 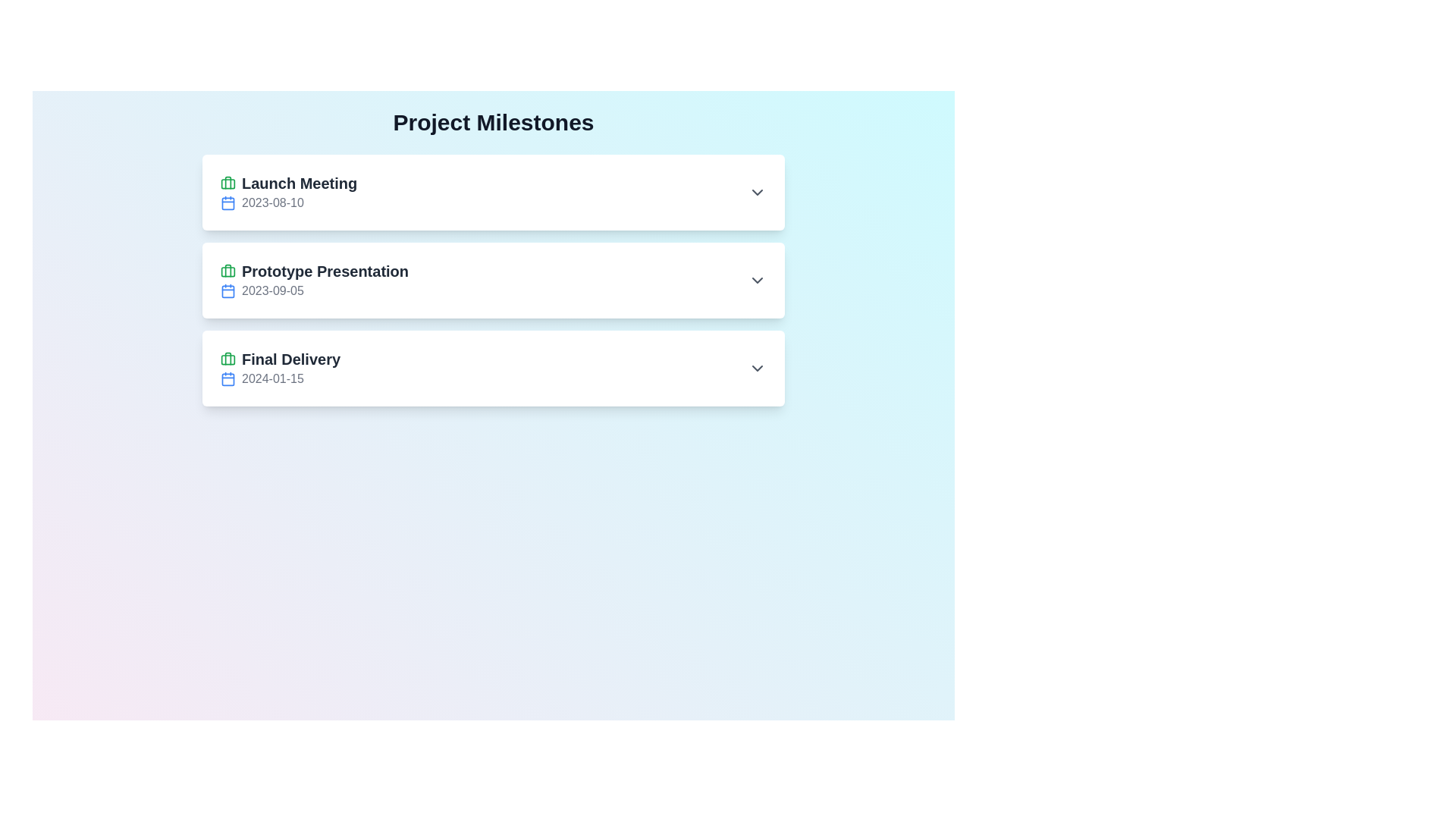 What do you see at coordinates (227, 202) in the screenshot?
I see `the small blue calendar icon located to the left of the date text '2023-08-10' and beneath the label 'Launch Meeting' in the 'Project Milestones' section` at bounding box center [227, 202].